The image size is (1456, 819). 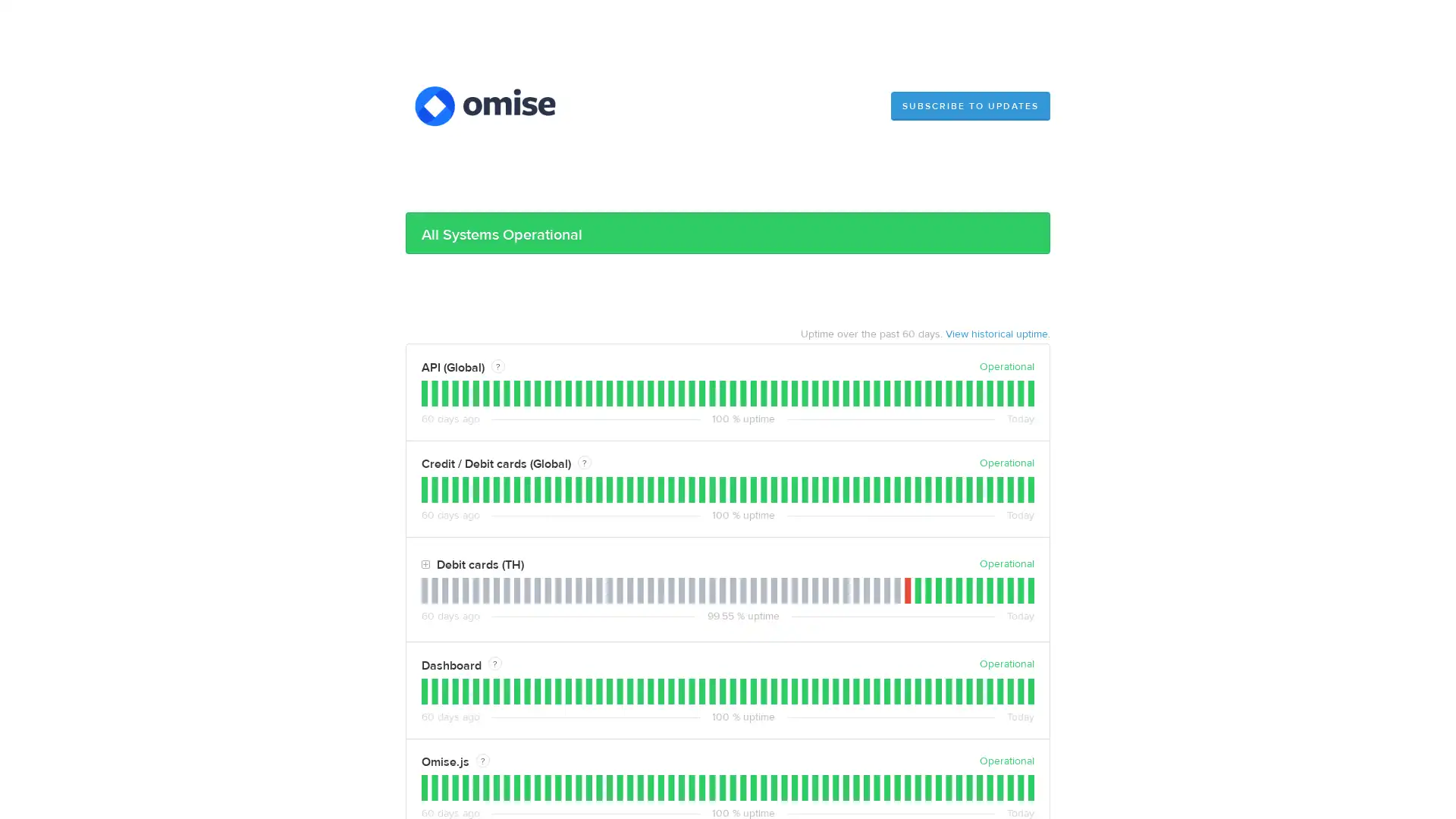 What do you see at coordinates (425, 565) in the screenshot?
I see `Toggle Debit cards (TH)` at bounding box center [425, 565].